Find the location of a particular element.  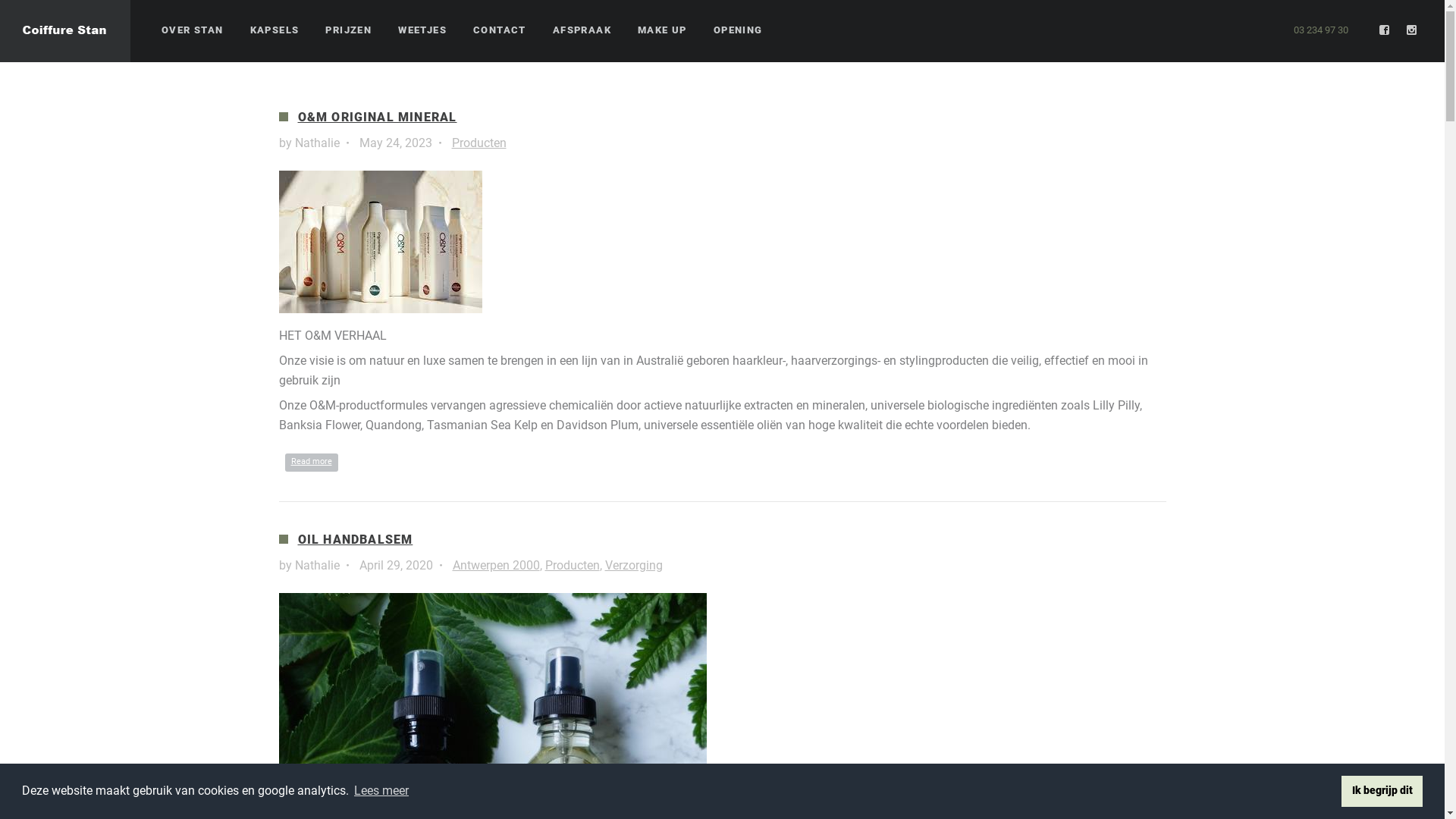

'OPENING' is located at coordinates (738, 30).